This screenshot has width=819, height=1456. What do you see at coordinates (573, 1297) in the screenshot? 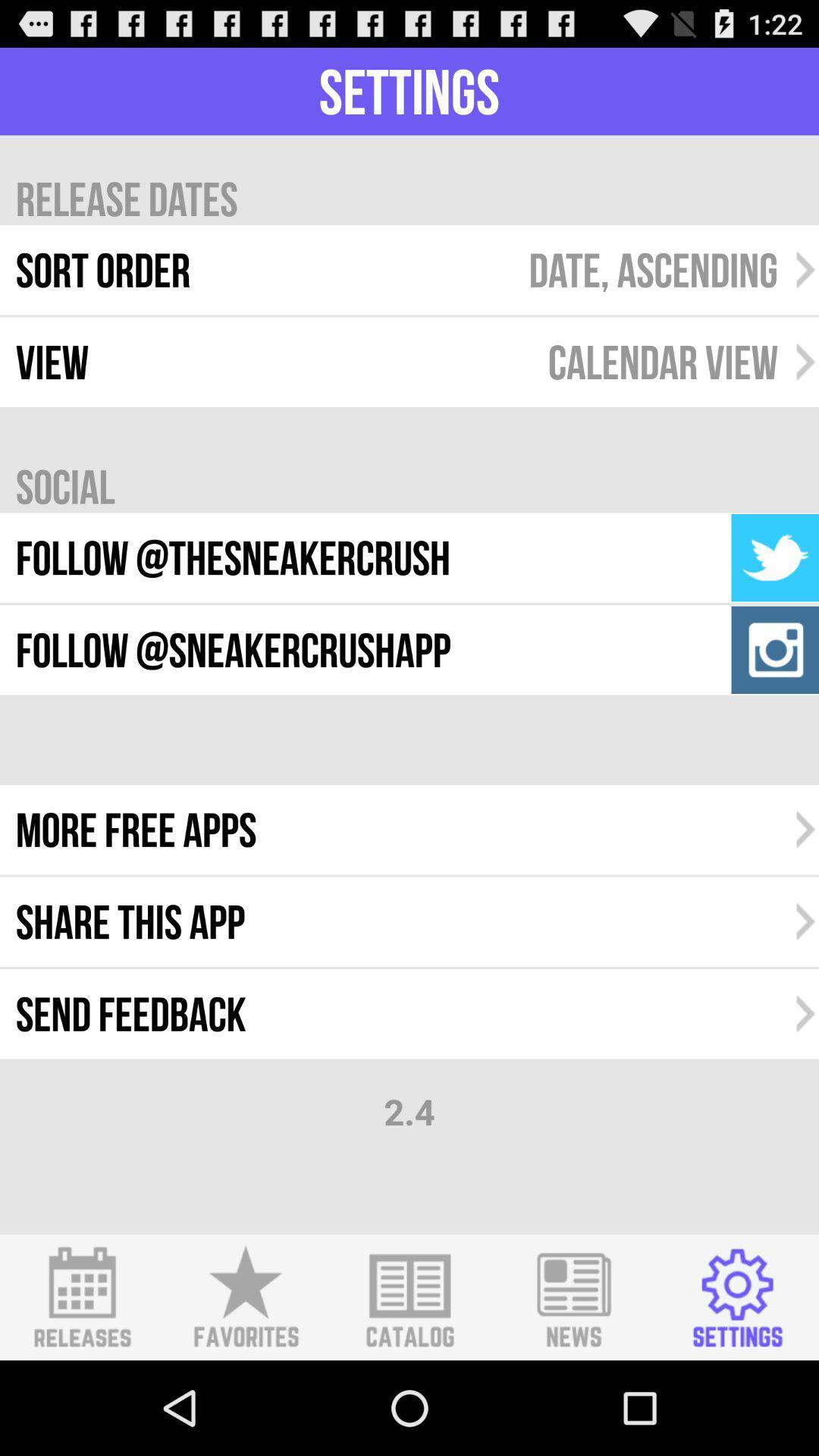
I see `shows the news icon` at bounding box center [573, 1297].